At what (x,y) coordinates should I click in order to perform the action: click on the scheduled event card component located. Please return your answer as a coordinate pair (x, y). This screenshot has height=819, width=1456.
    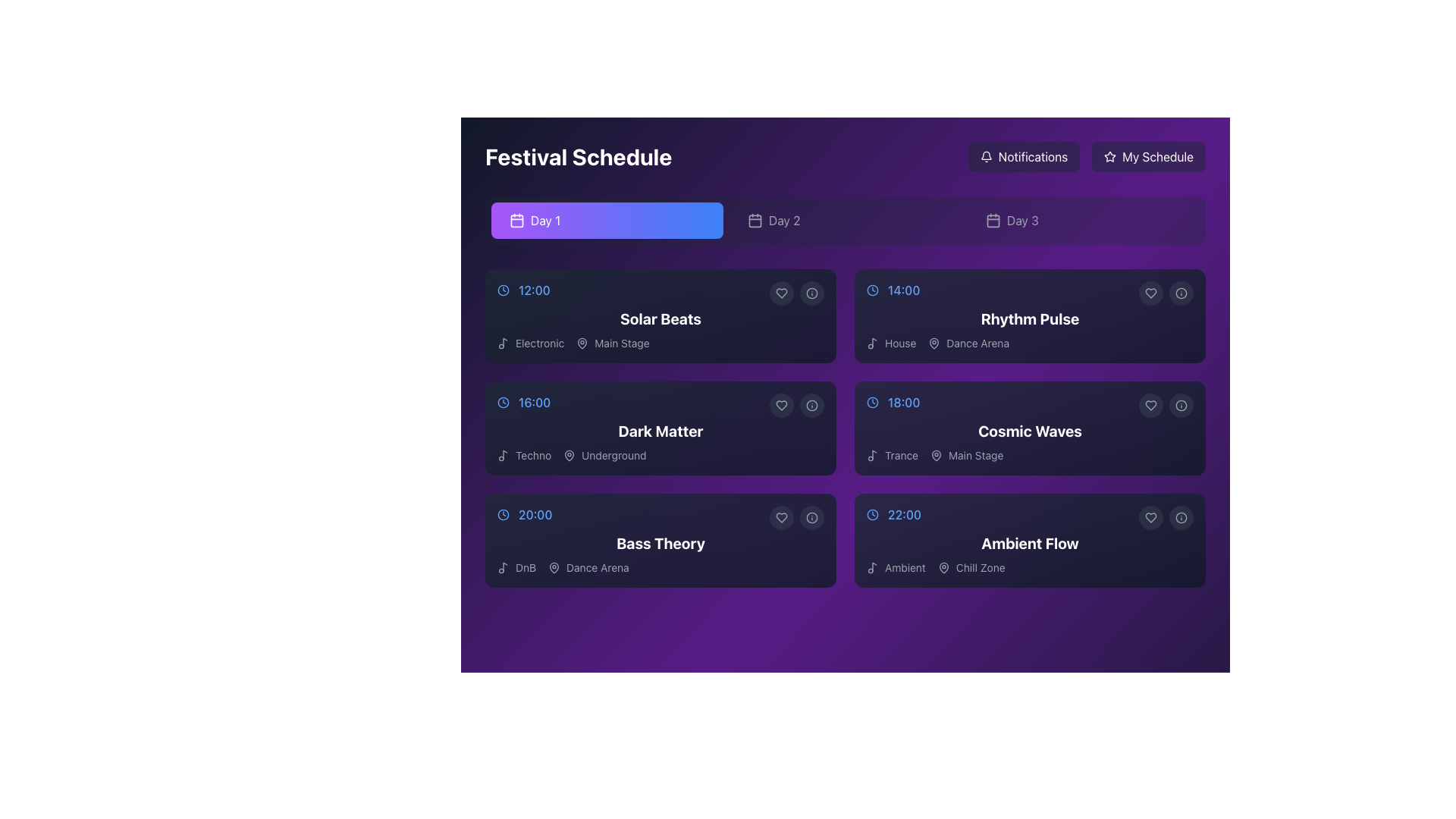
    Looking at the image, I should click on (661, 428).